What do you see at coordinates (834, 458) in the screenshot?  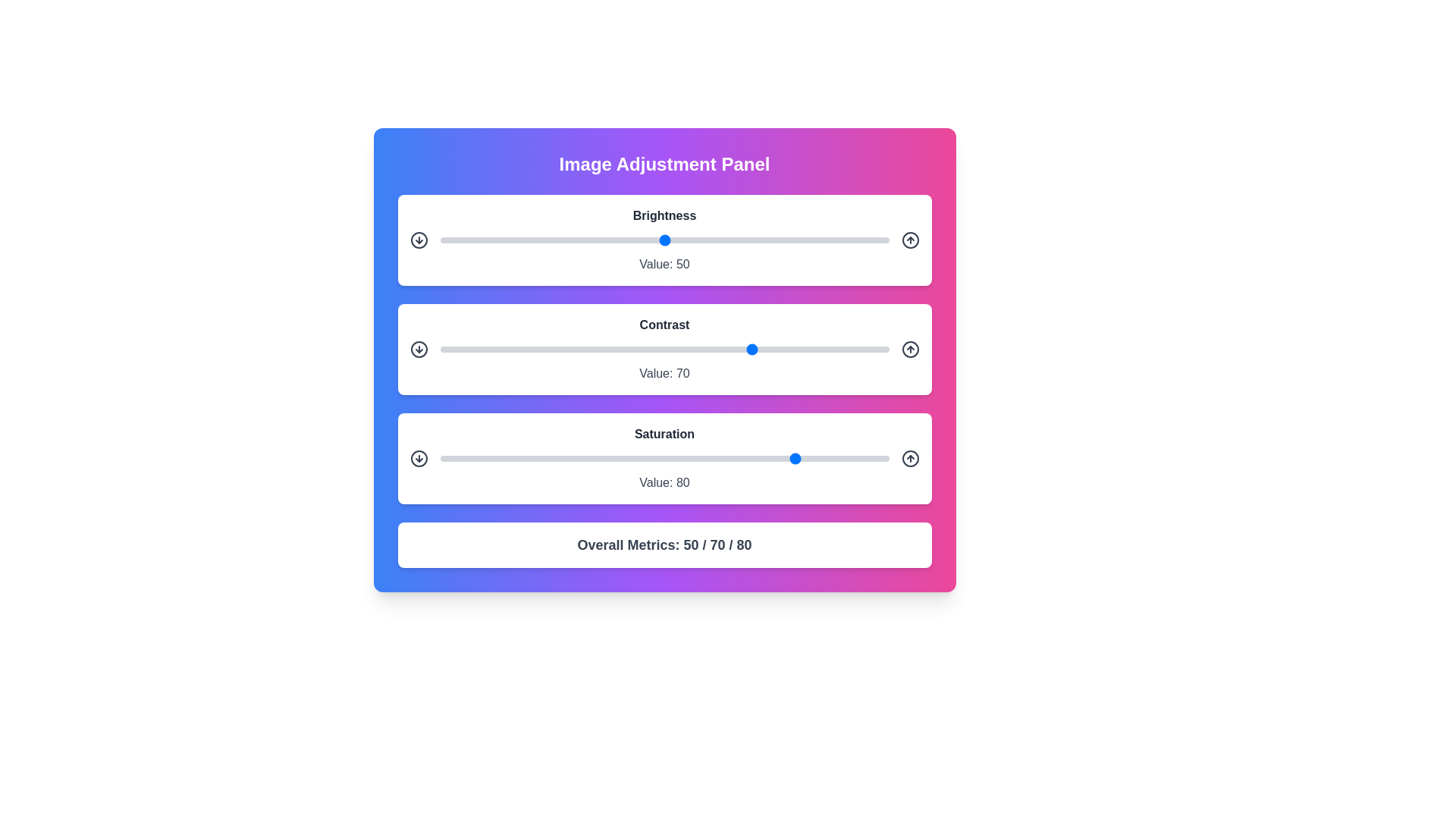 I see `saturation` at bounding box center [834, 458].